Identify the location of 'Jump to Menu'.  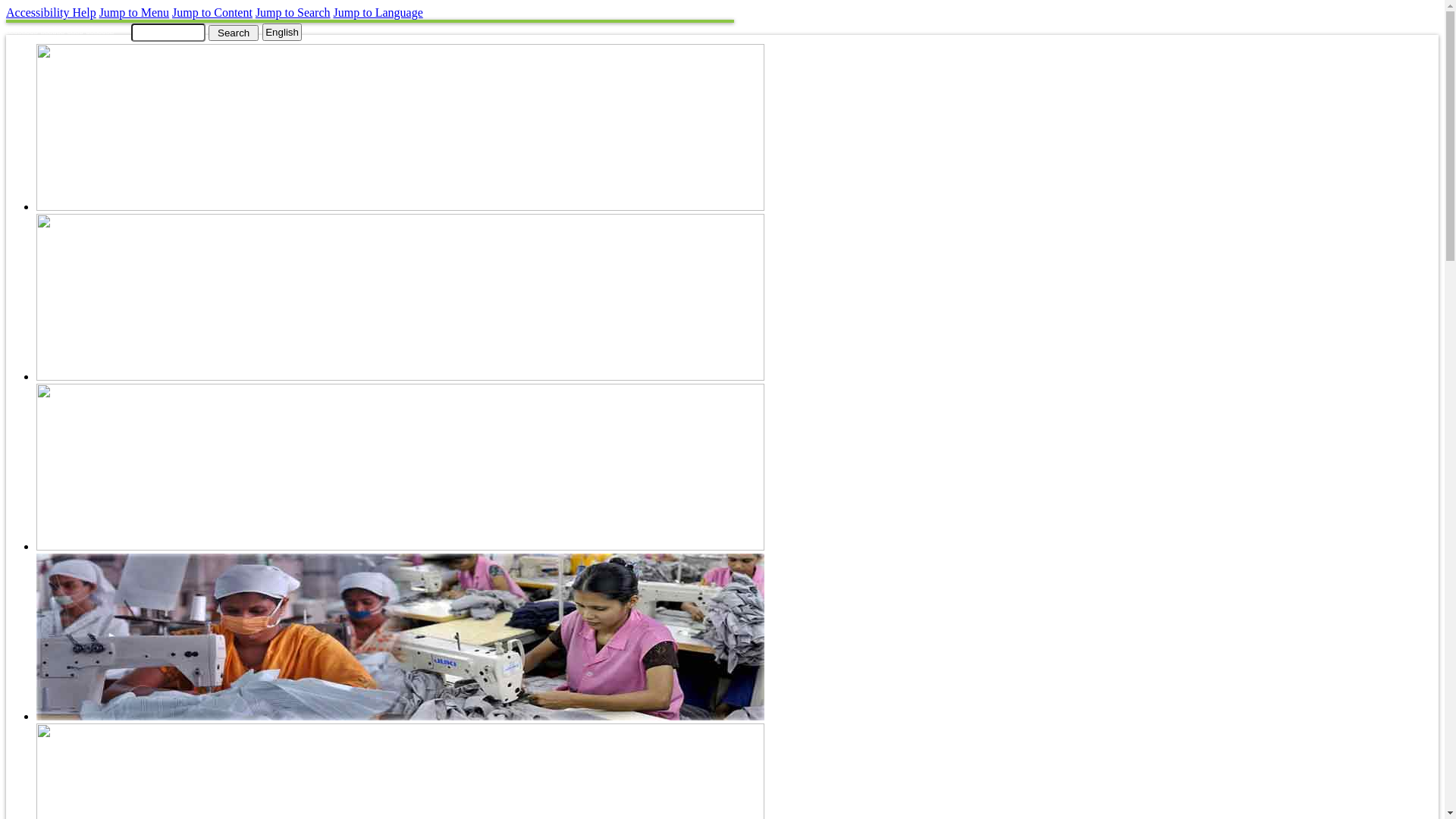
(134, 12).